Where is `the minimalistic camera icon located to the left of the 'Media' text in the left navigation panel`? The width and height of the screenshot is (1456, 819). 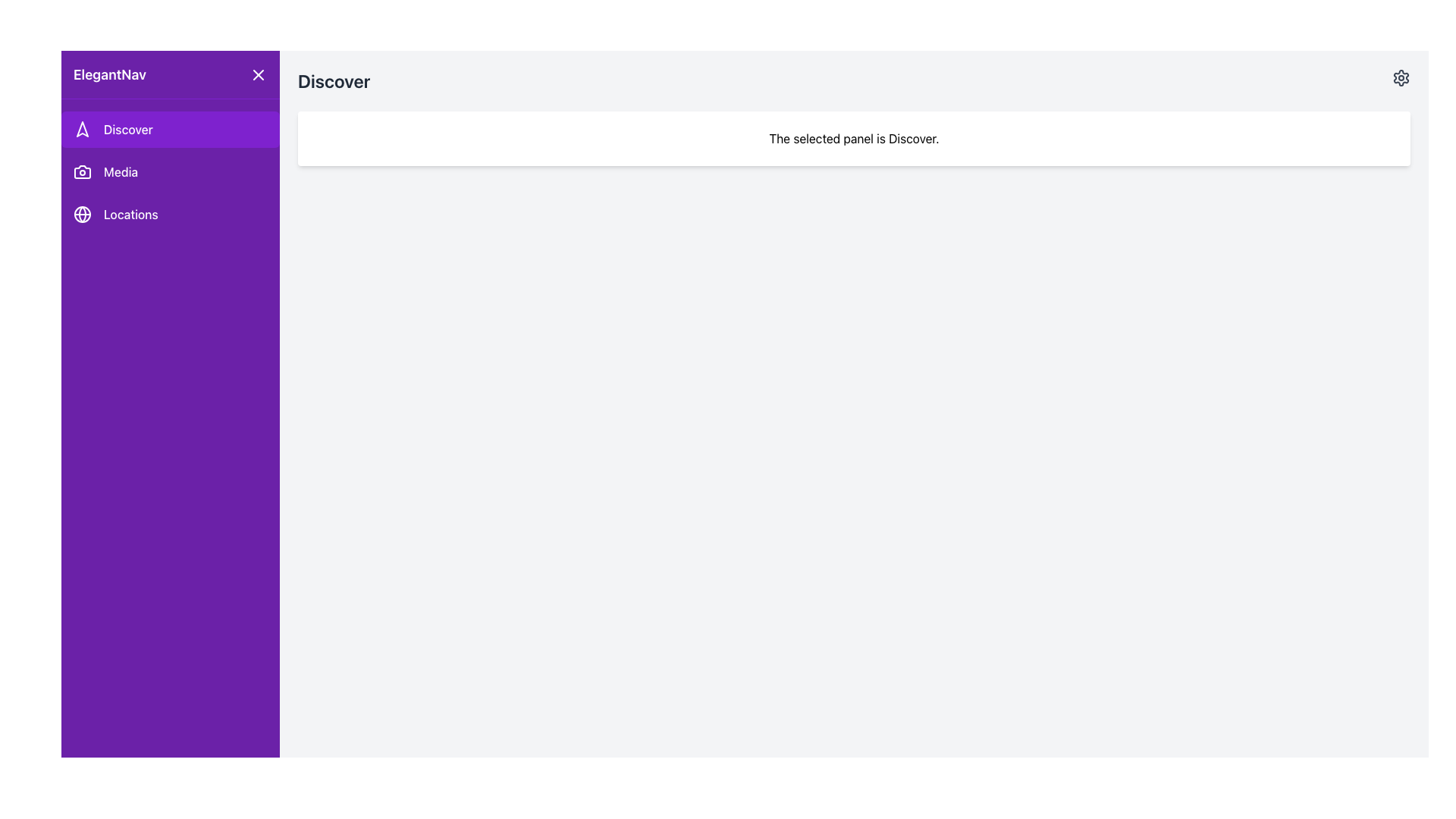 the minimalistic camera icon located to the left of the 'Media' text in the left navigation panel is located at coordinates (82, 171).